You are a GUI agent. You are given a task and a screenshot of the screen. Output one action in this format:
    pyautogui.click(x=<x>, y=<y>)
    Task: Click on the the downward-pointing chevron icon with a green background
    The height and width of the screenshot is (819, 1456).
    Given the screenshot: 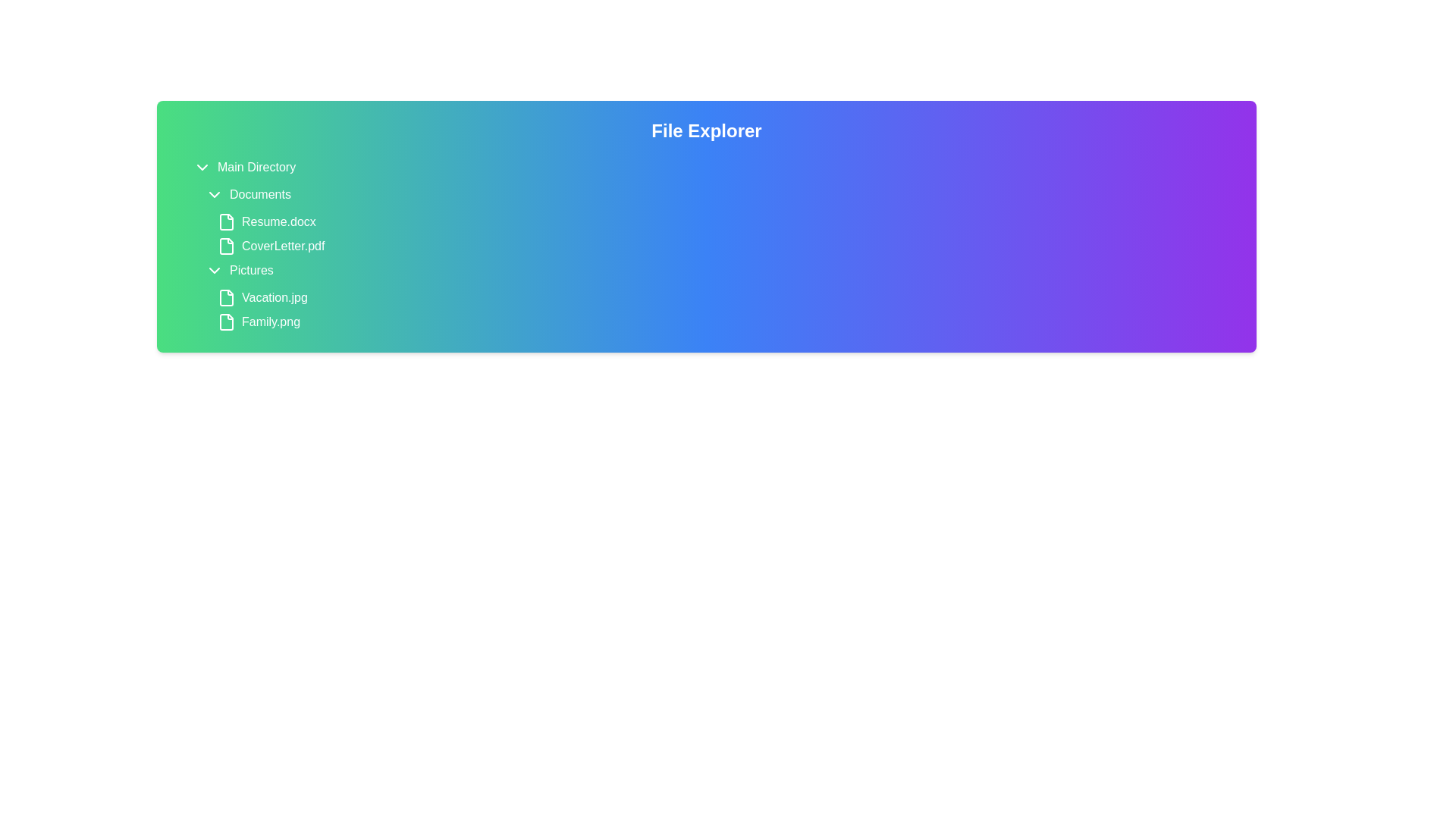 What is the action you would take?
    pyautogui.click(x=214, y=270)
    